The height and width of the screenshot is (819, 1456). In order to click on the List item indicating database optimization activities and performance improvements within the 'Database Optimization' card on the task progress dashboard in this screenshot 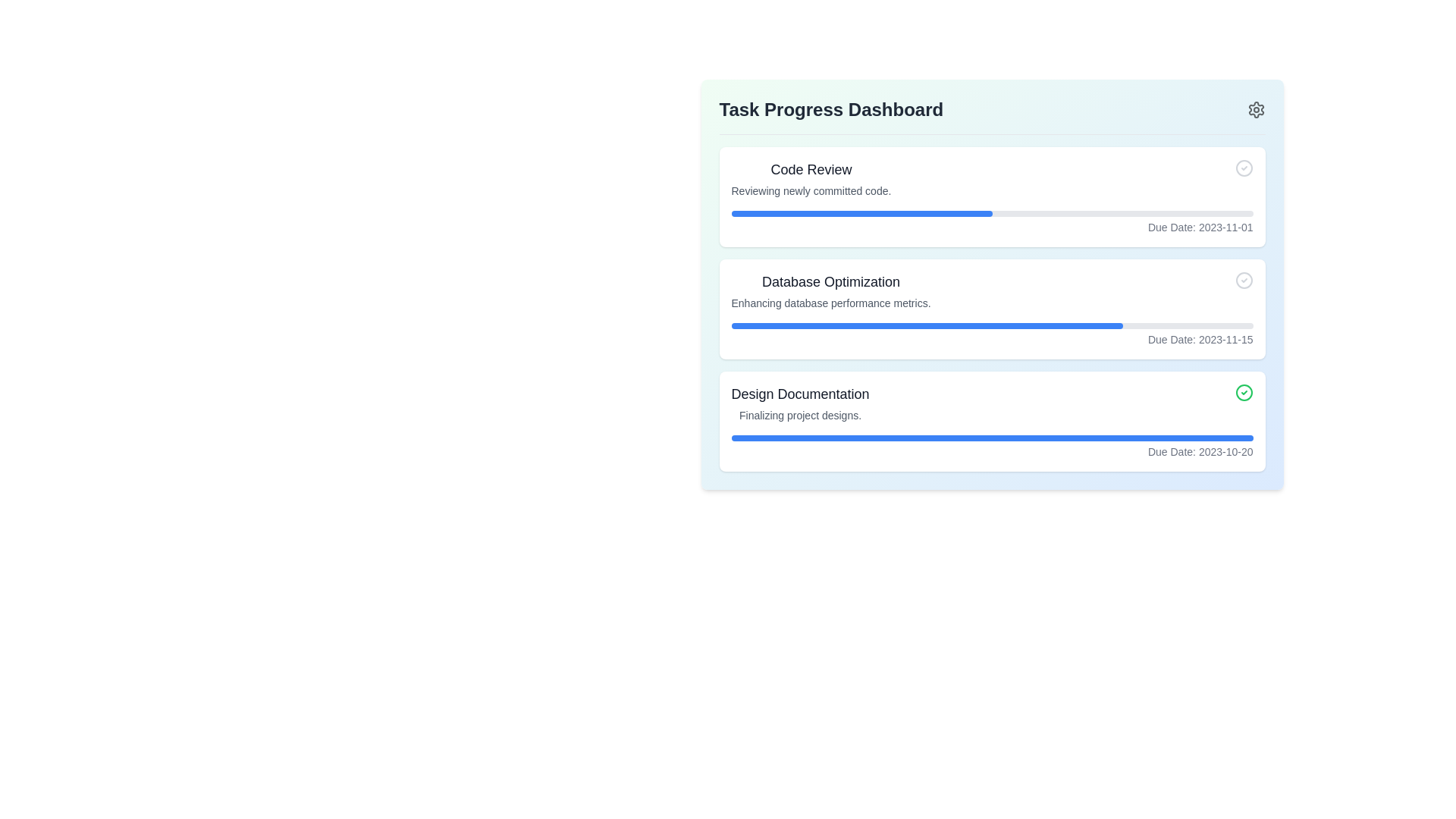, I will do `click(992, 291)`.